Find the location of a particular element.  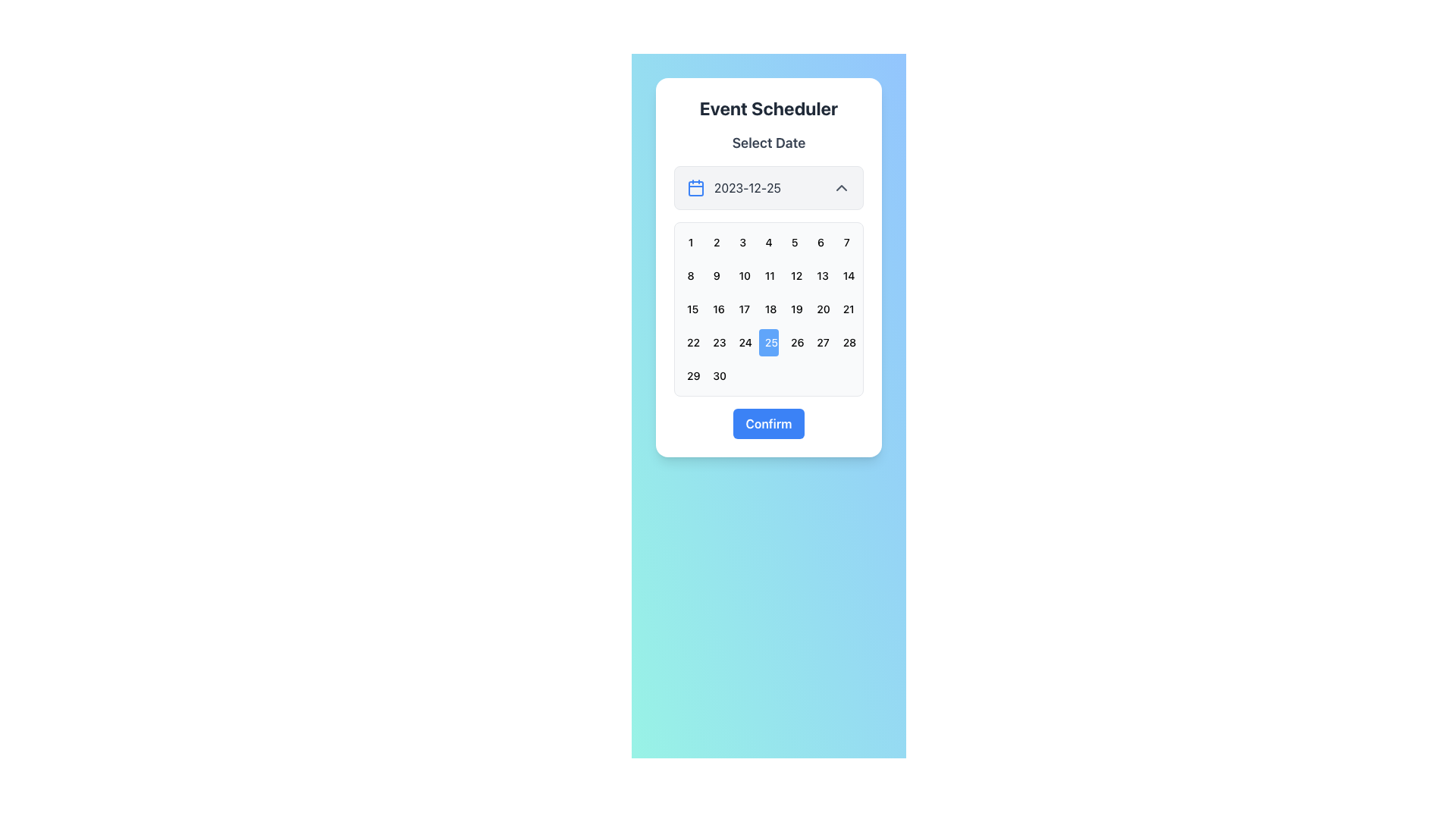

the text-based button labeled '20' located is located at coordinates (820, 309).